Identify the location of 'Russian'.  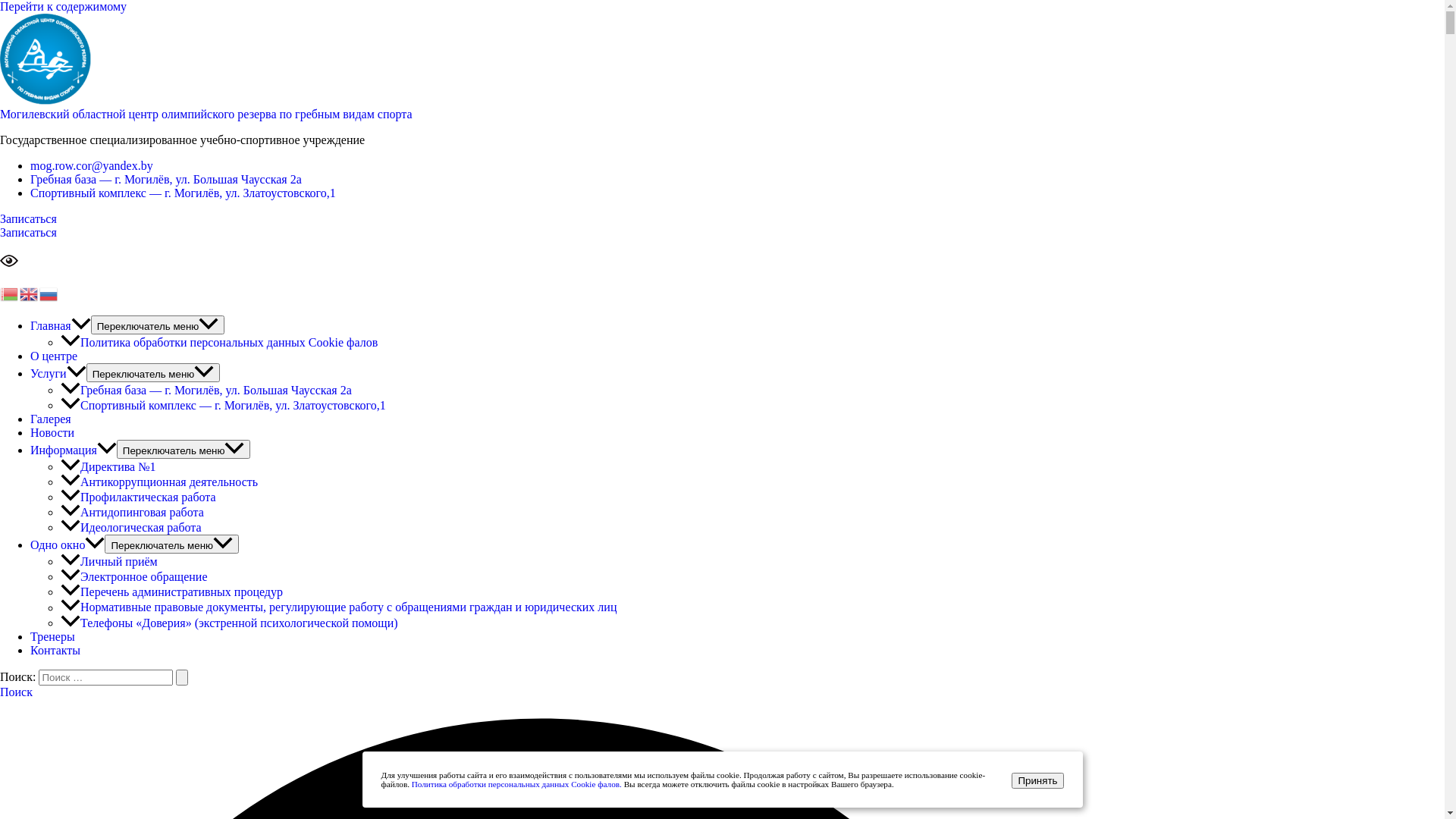
(49, 293).